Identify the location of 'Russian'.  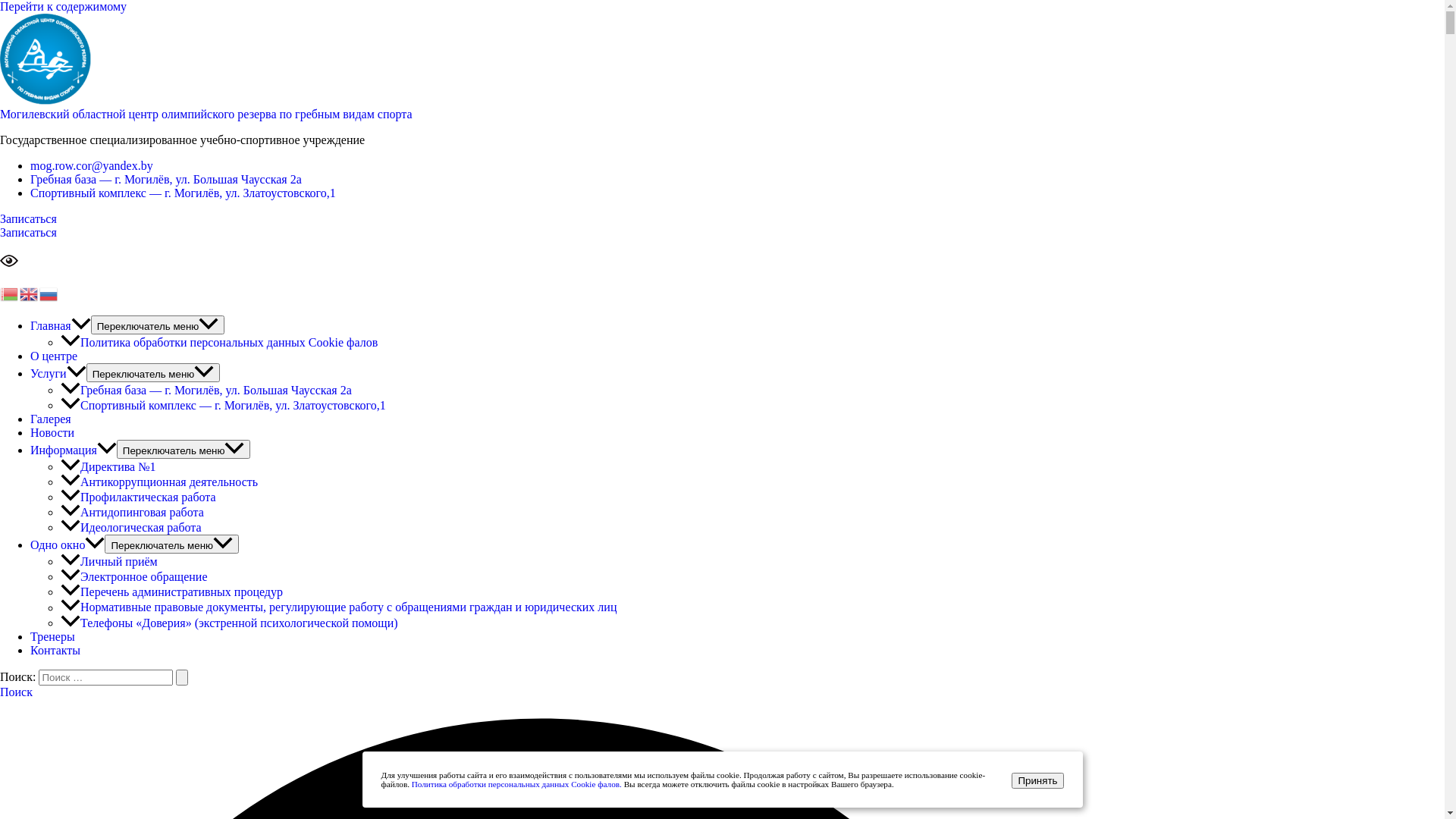
(49, 293).